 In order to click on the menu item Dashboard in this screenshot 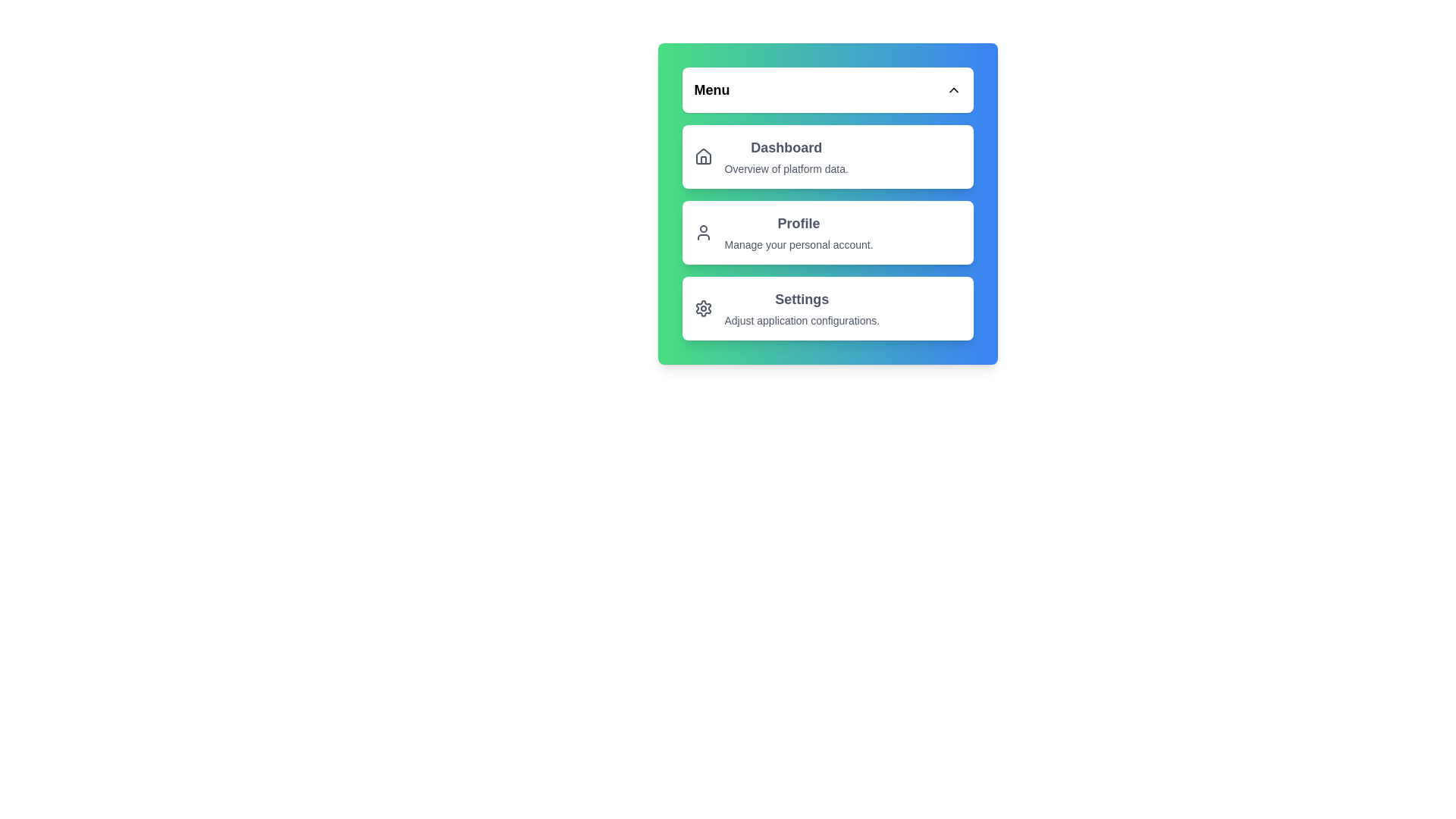, I will do `click(827, 157)`.